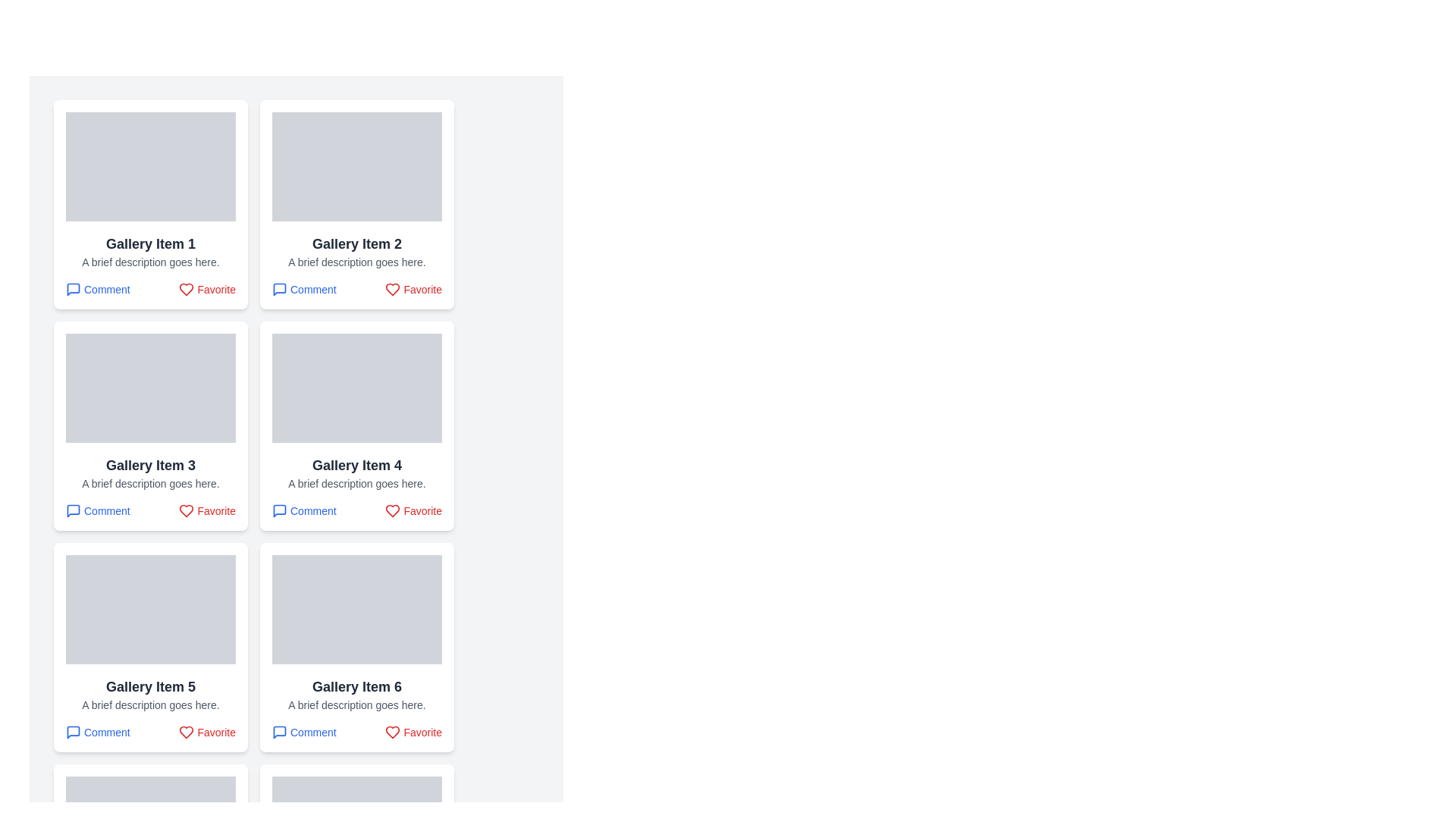 The height and width of the screenshot is (819, 1456). What do you see at coordinates (356, 687) in the screenshot?
I see `the Text label that identifies the gallery item in the 'Gallery Item 6' card, located at the second position in the last row of the card grid` at bounding box center [356, 687].